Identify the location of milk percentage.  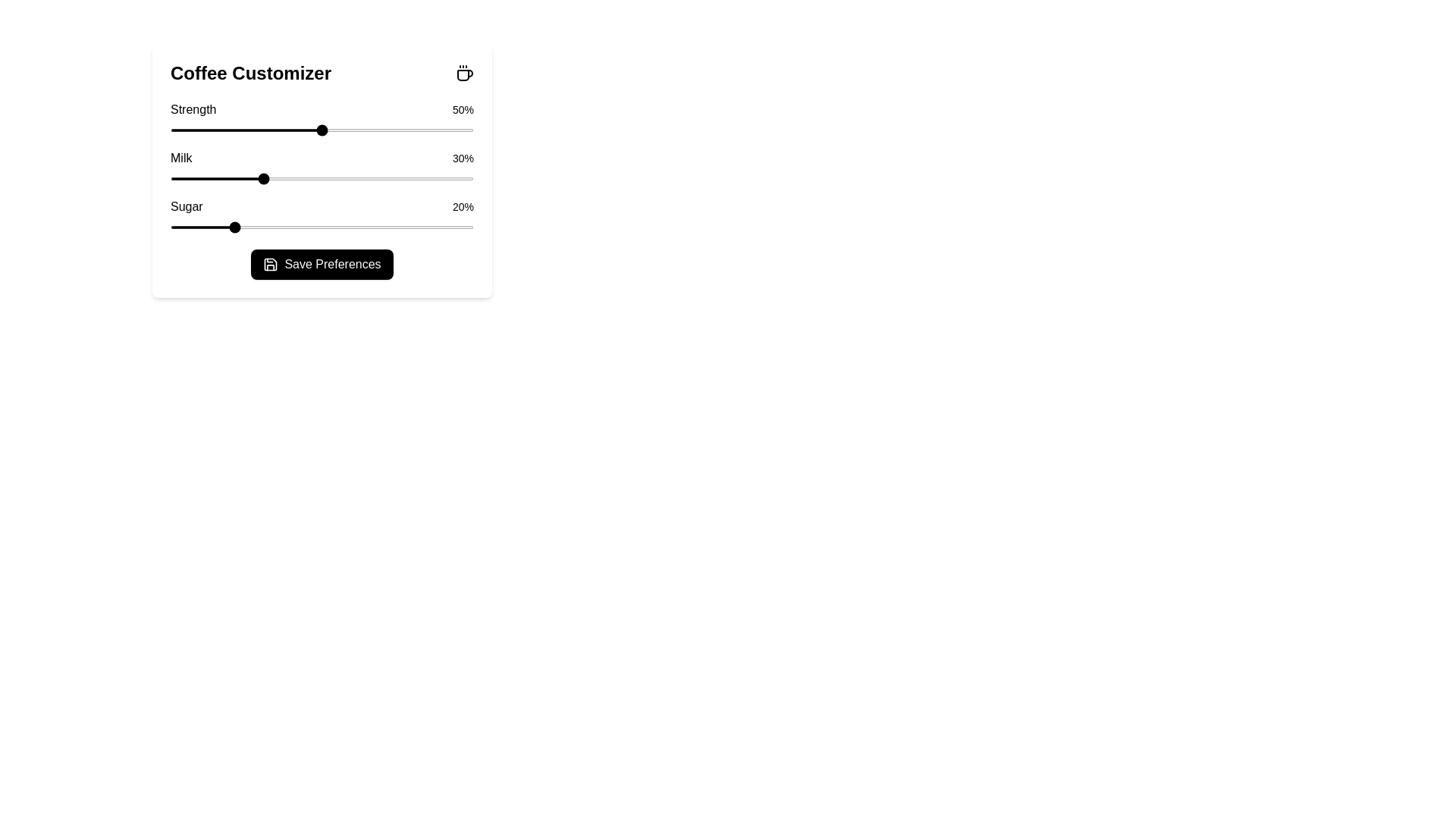
(377, 177).